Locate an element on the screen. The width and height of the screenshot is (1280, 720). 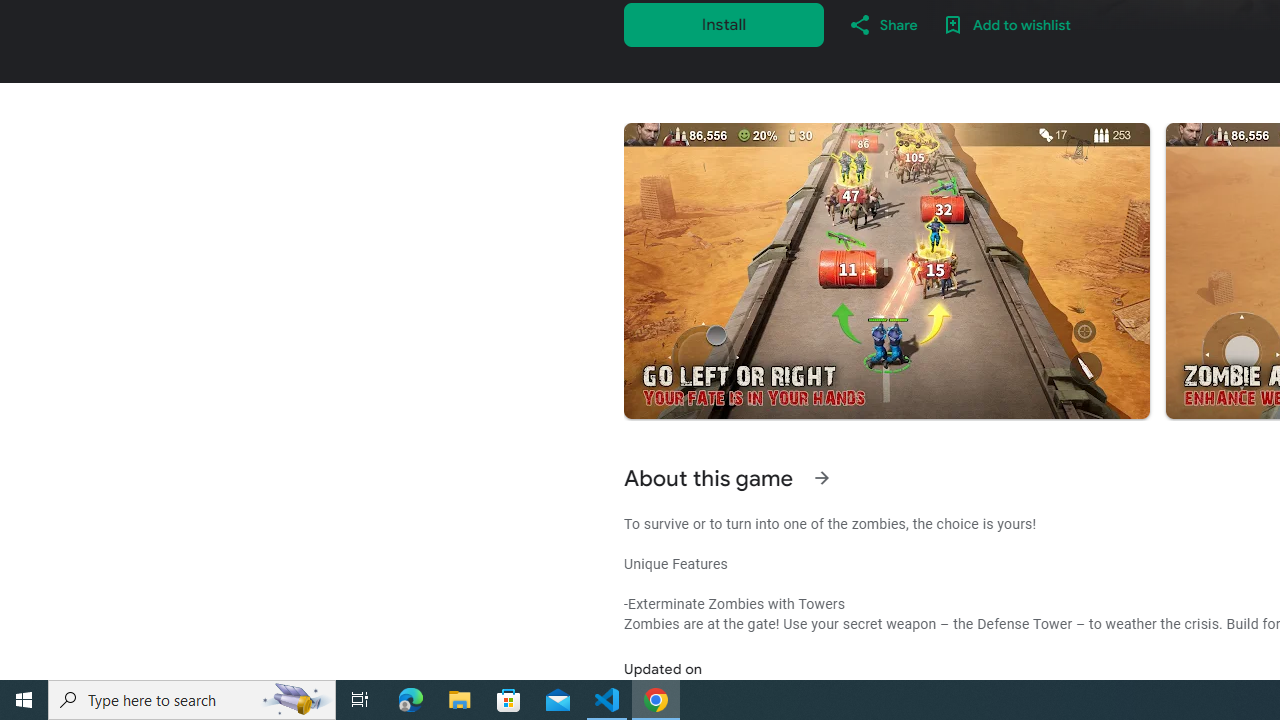
'Install' is located at coordinates (722, 24).